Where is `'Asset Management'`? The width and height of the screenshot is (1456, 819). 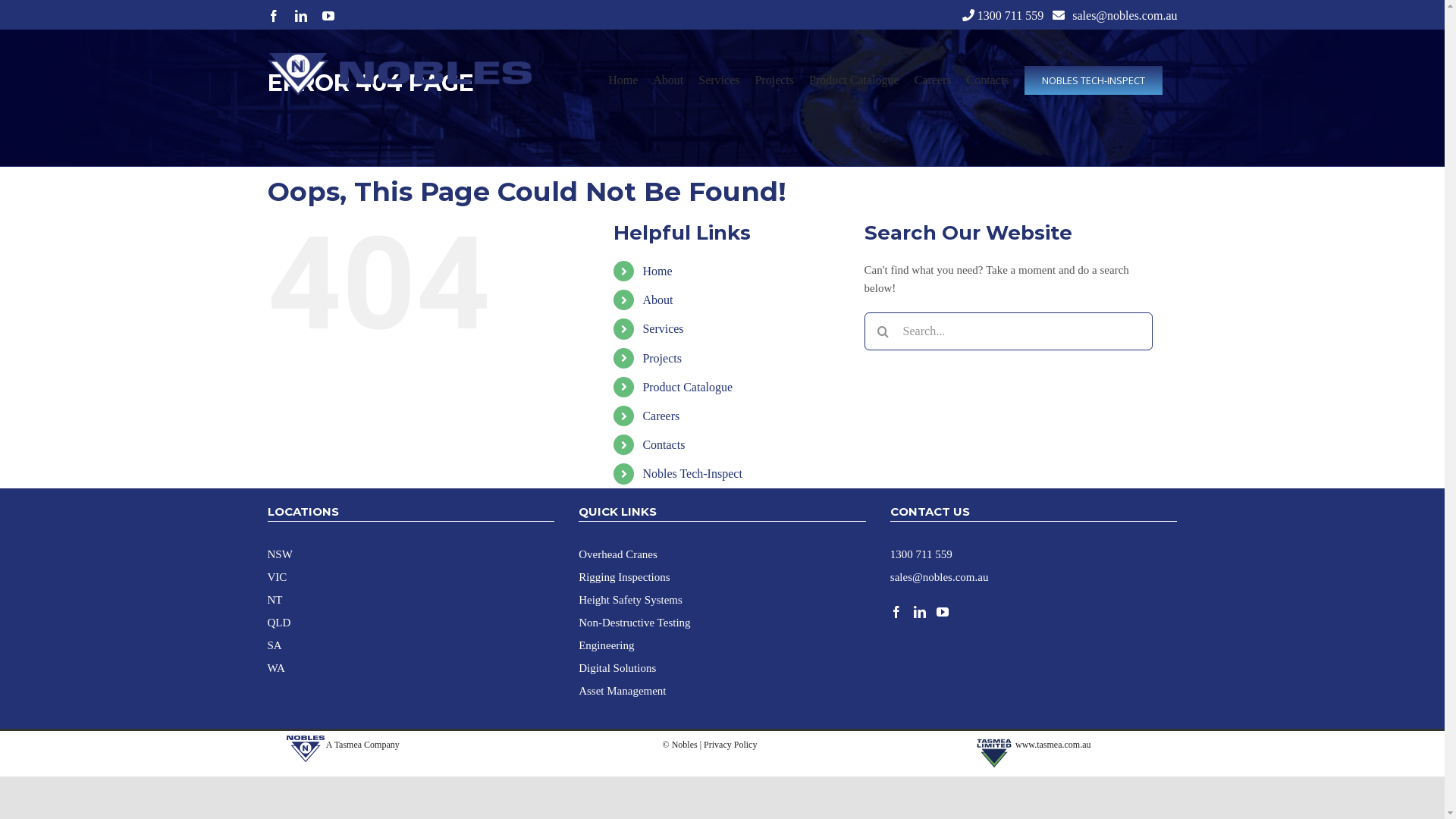
'Asset Management' is located at coordinates (622, 690).